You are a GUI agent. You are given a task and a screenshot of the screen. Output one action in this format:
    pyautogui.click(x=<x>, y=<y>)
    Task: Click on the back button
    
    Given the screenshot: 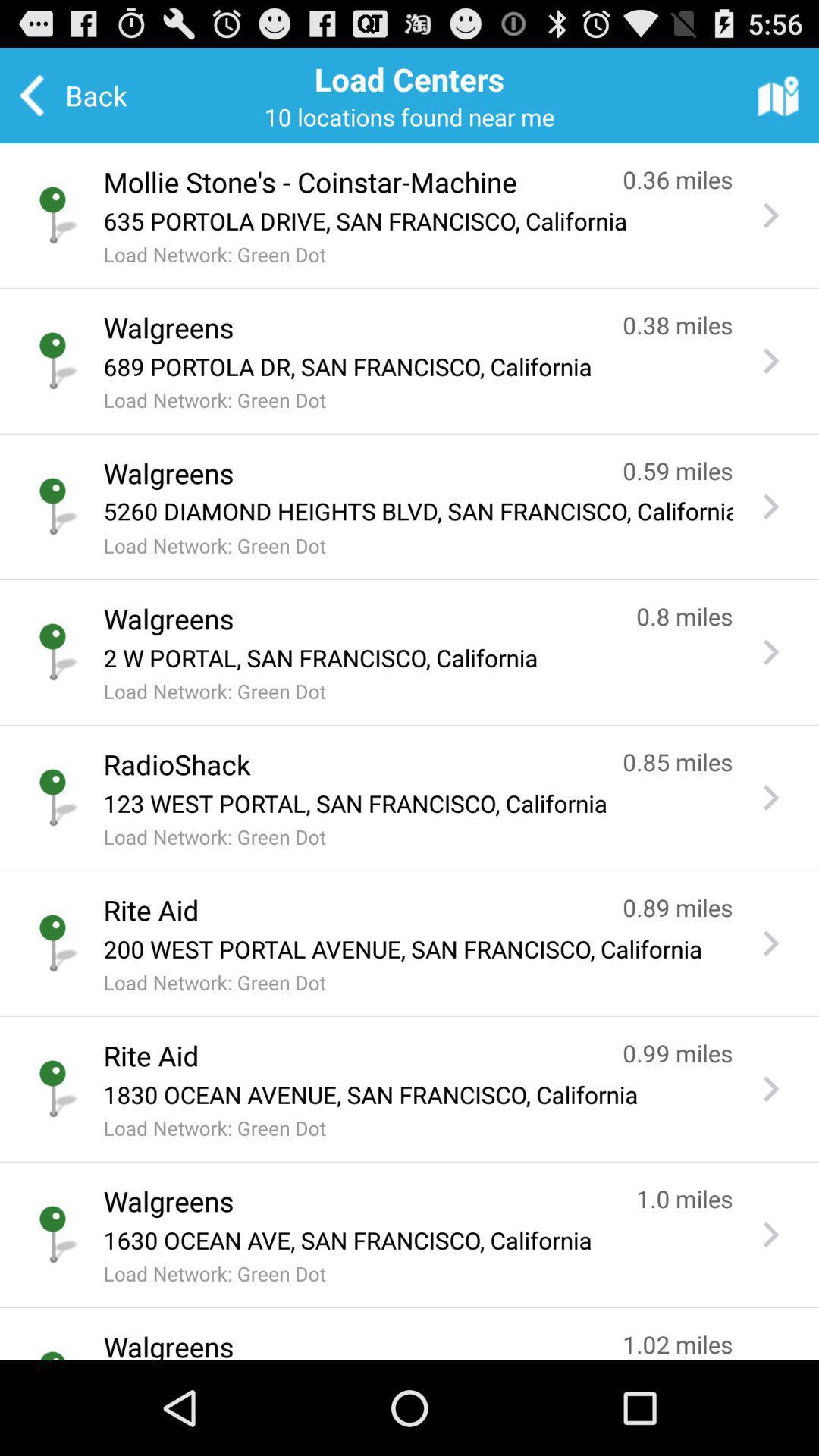 What is the action you would take?
    pyautogui.click(x=83, y=94)
    